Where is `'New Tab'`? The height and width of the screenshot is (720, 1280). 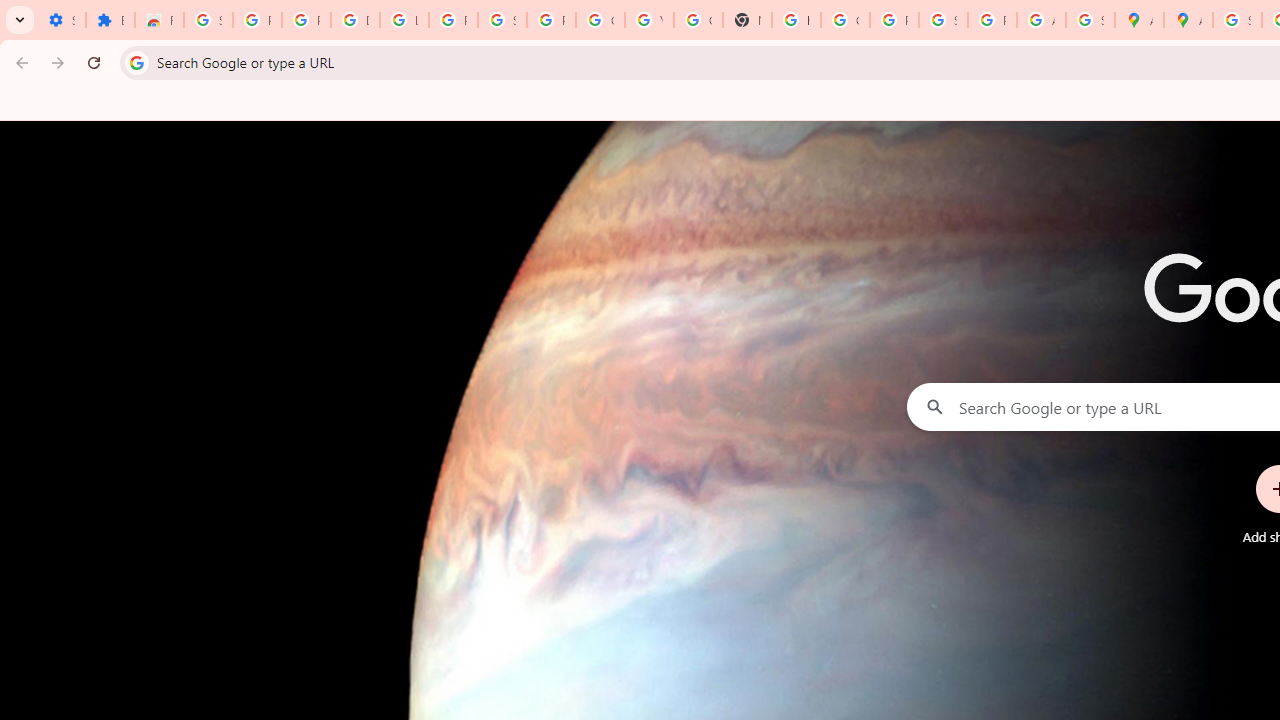
'New Tab' is located at coordinates (746, 20).